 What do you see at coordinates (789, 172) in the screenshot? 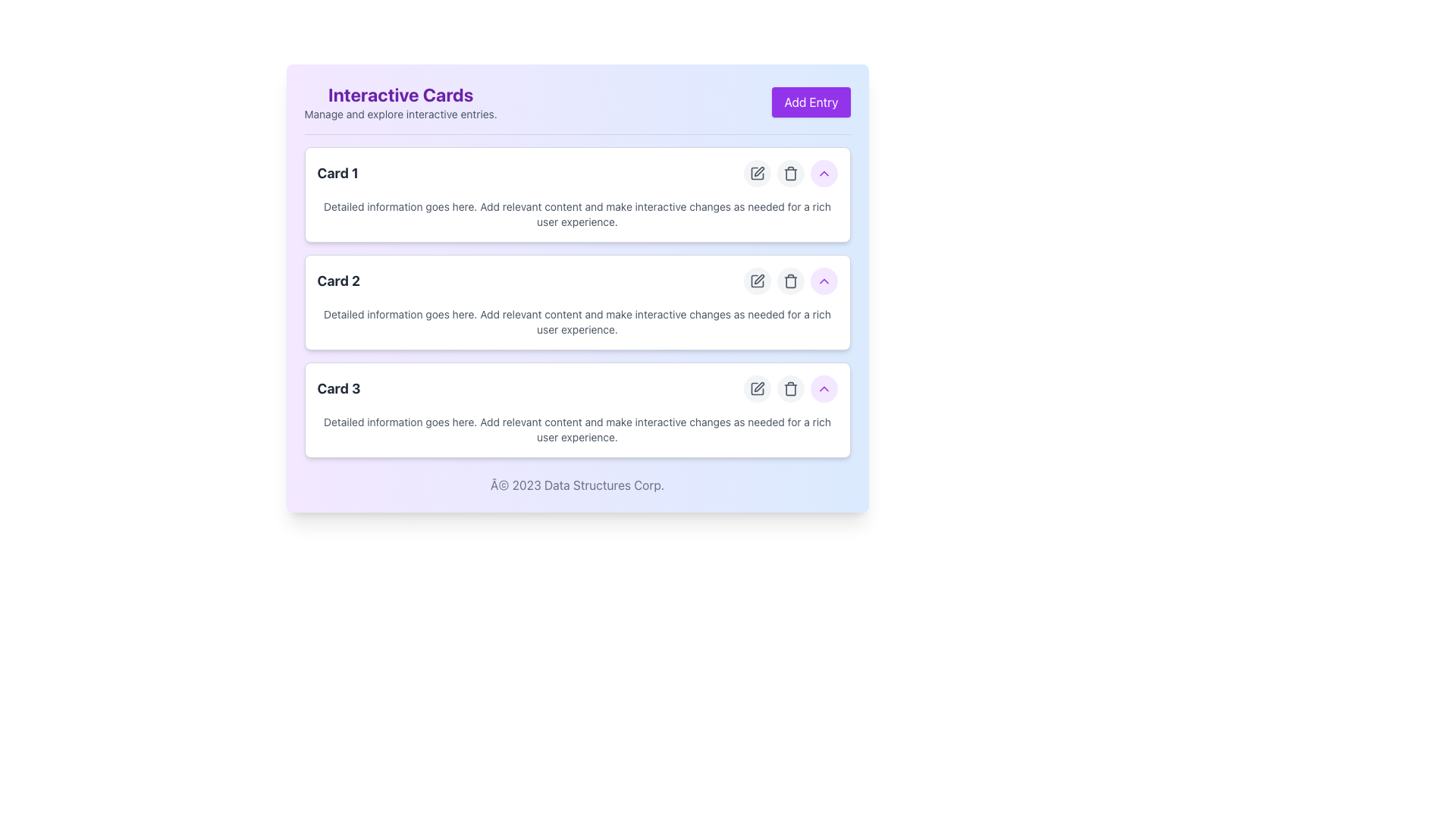
I see `the circular gray button containing a trash can icon, positioned on the right side of the first card in a vertical list, to trigger a visual response` at bounding box center [789, 172].